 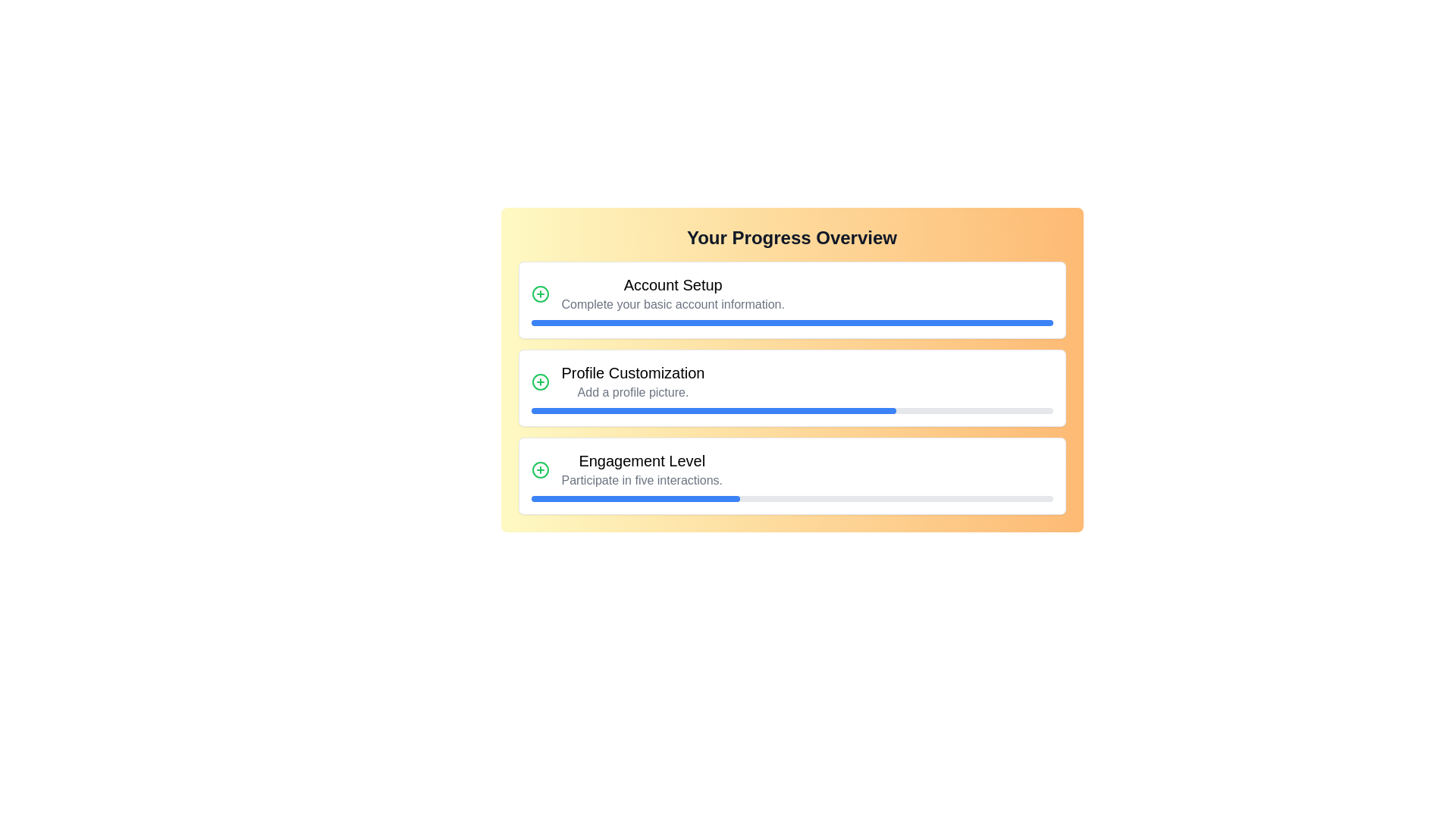 I want to click on the static informational text element displaying 'Account Setup' and its subtitle 'Complete your basic account information.', so click(x=672, y=294).